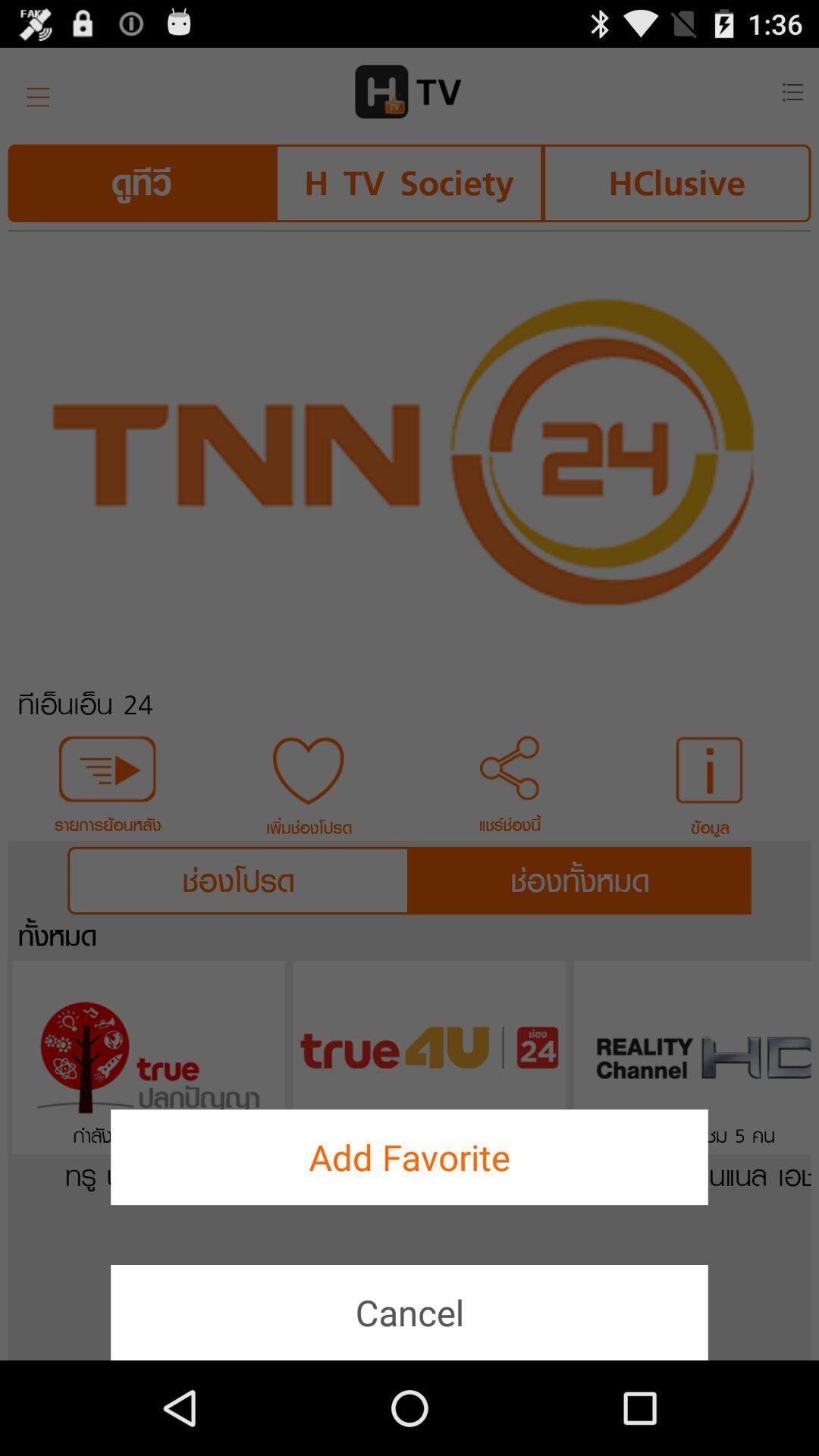  What do you see at coordinates (409, 1156) in the screenshot?
I see `the button above cancel icon` at bounding box center [409, 1156].